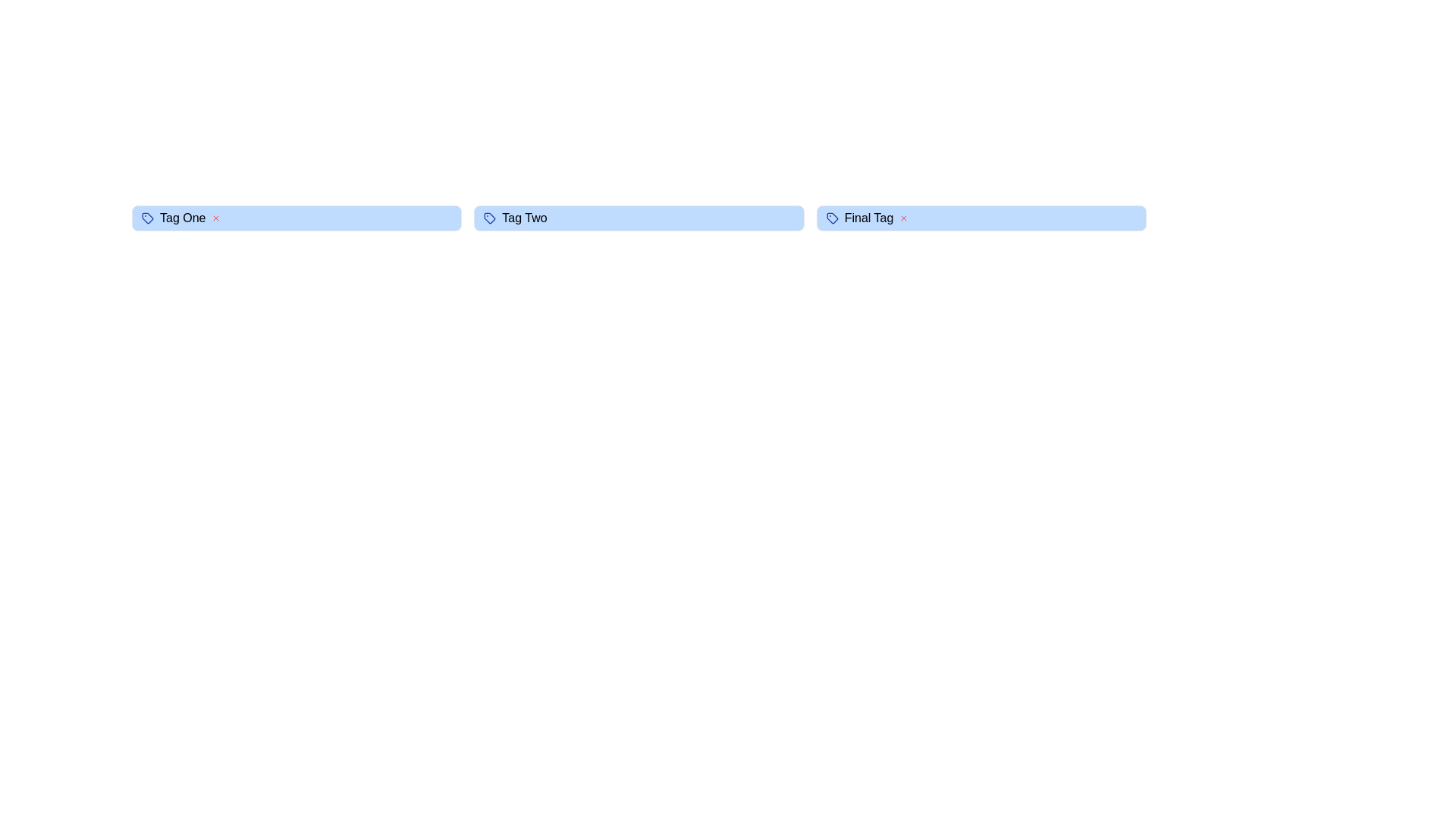  I want to click on the blue tag-like icon located to the left of the text label 'Tag One', so click(148, 218).